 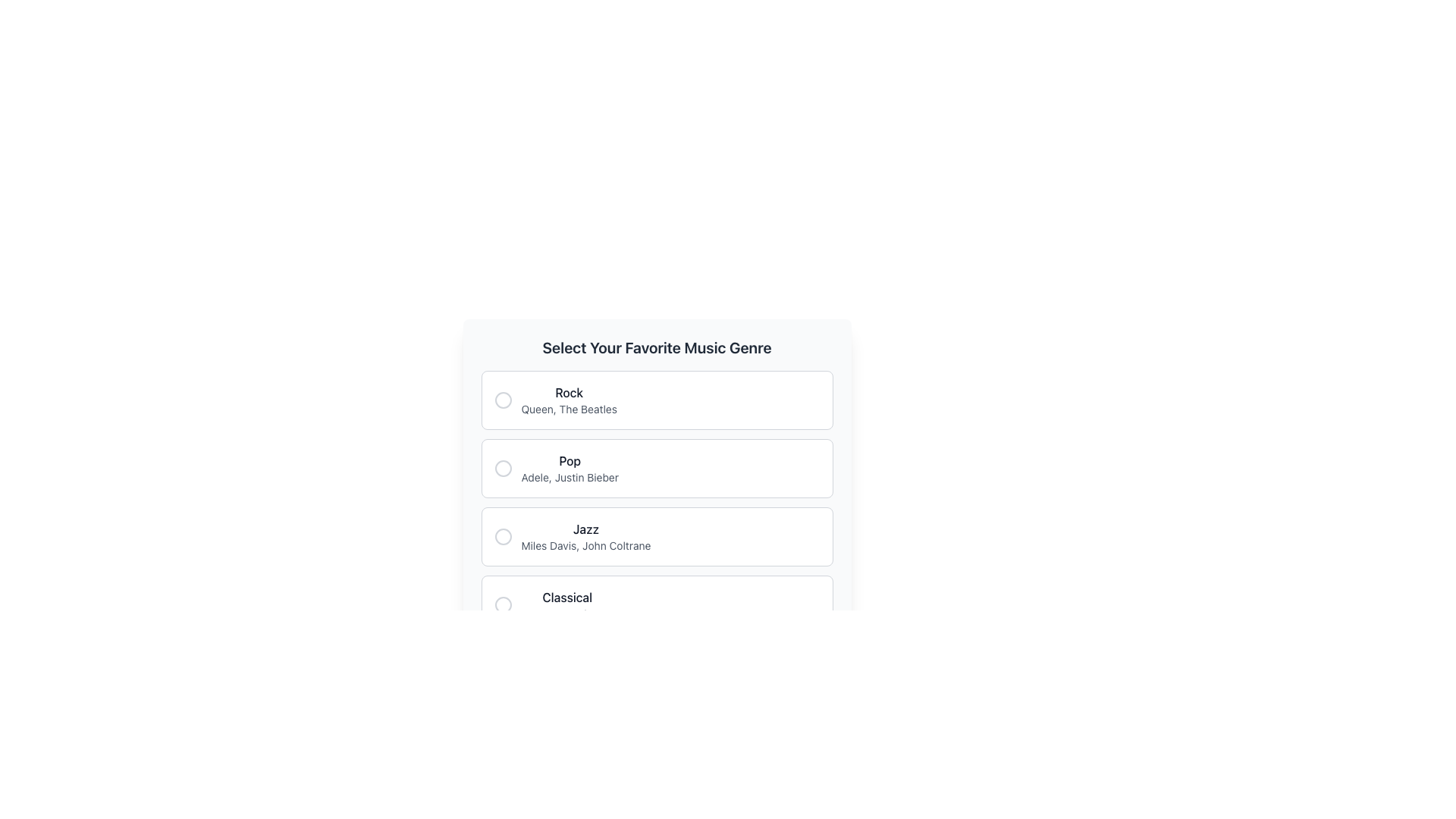 What do you see at coordinates (554, 400) in the screenshot?
I see `the radio button labeled 'Rock' with descriptive text 'Queen, The Beatles'` at bounding box center [554, 400].